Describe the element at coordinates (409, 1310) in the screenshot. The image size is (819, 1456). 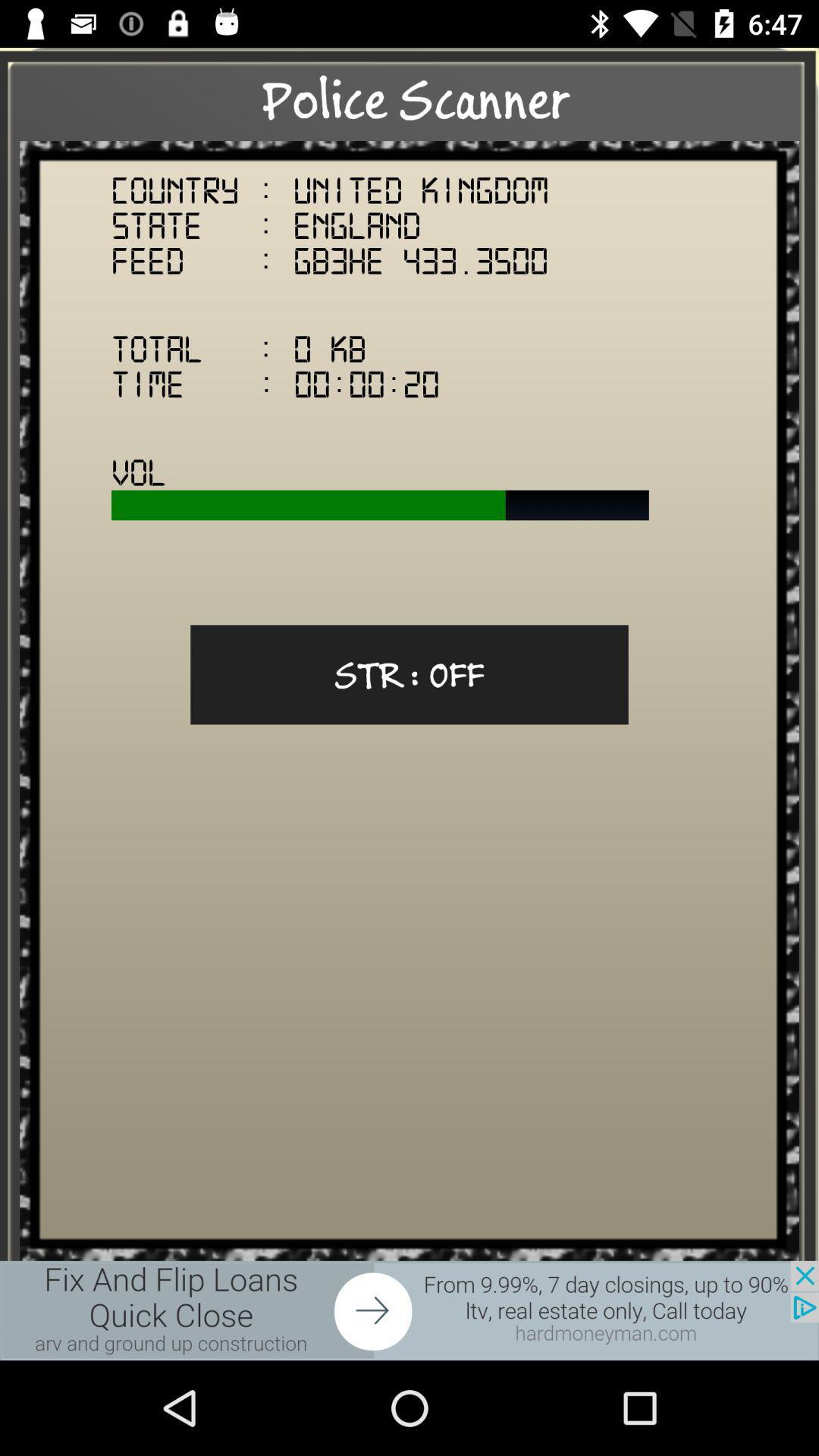
I see `showing advertisements` at that location.